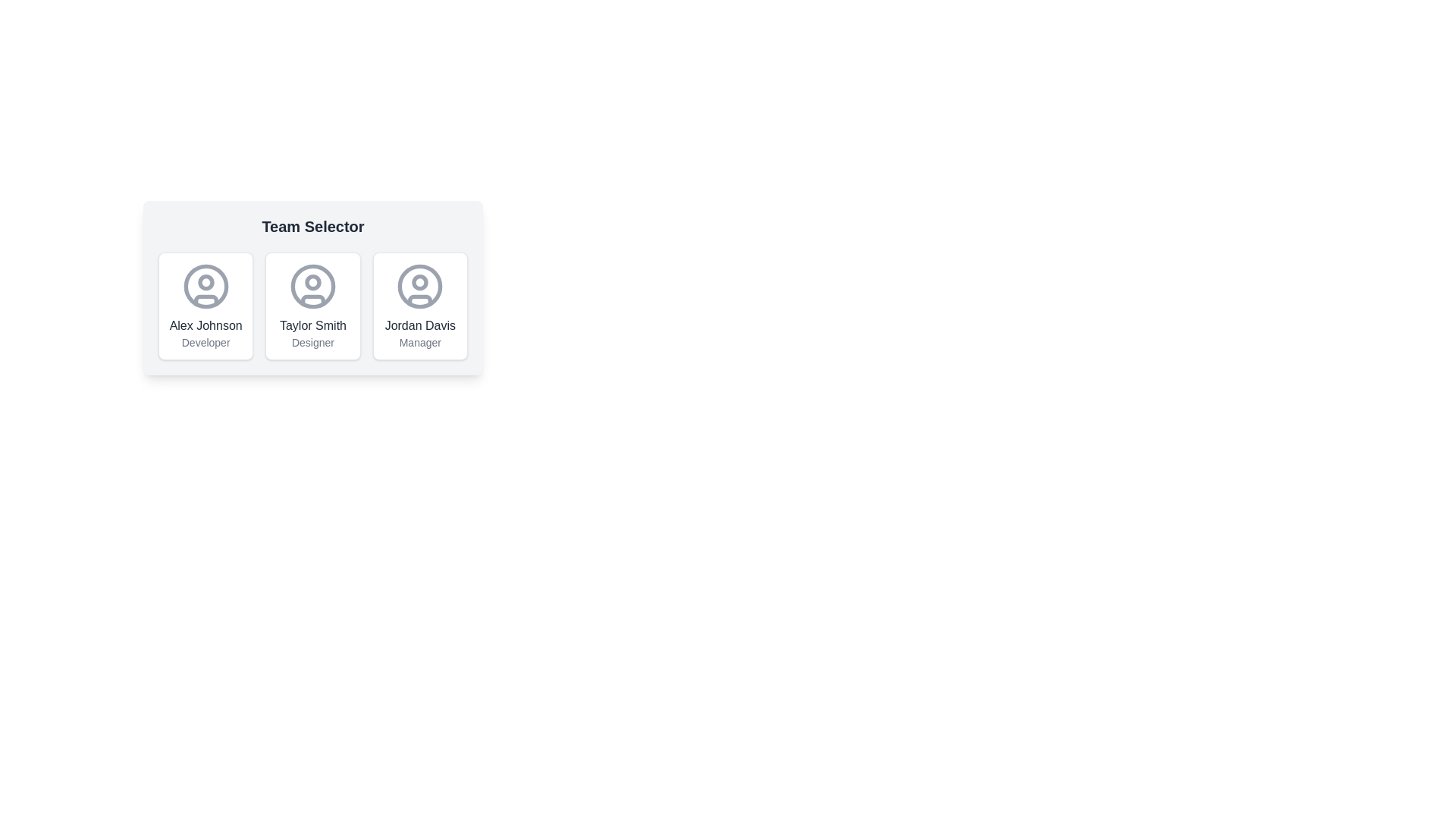  I want to click on the circular boundary icon of the user profile representing 'Jordan Davis', Manager, so click(420, 287).